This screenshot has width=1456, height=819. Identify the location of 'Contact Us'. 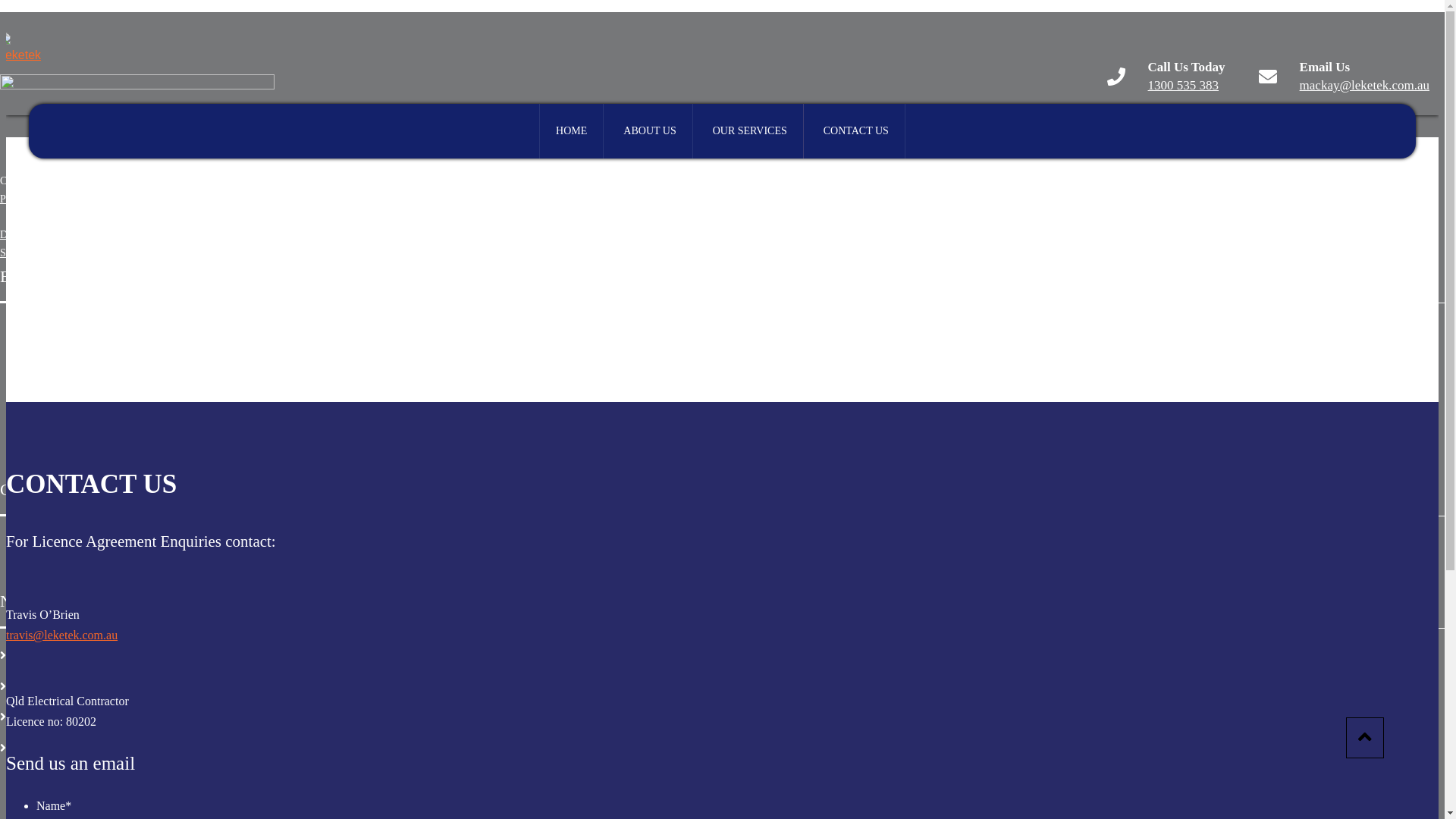
(29, 745).